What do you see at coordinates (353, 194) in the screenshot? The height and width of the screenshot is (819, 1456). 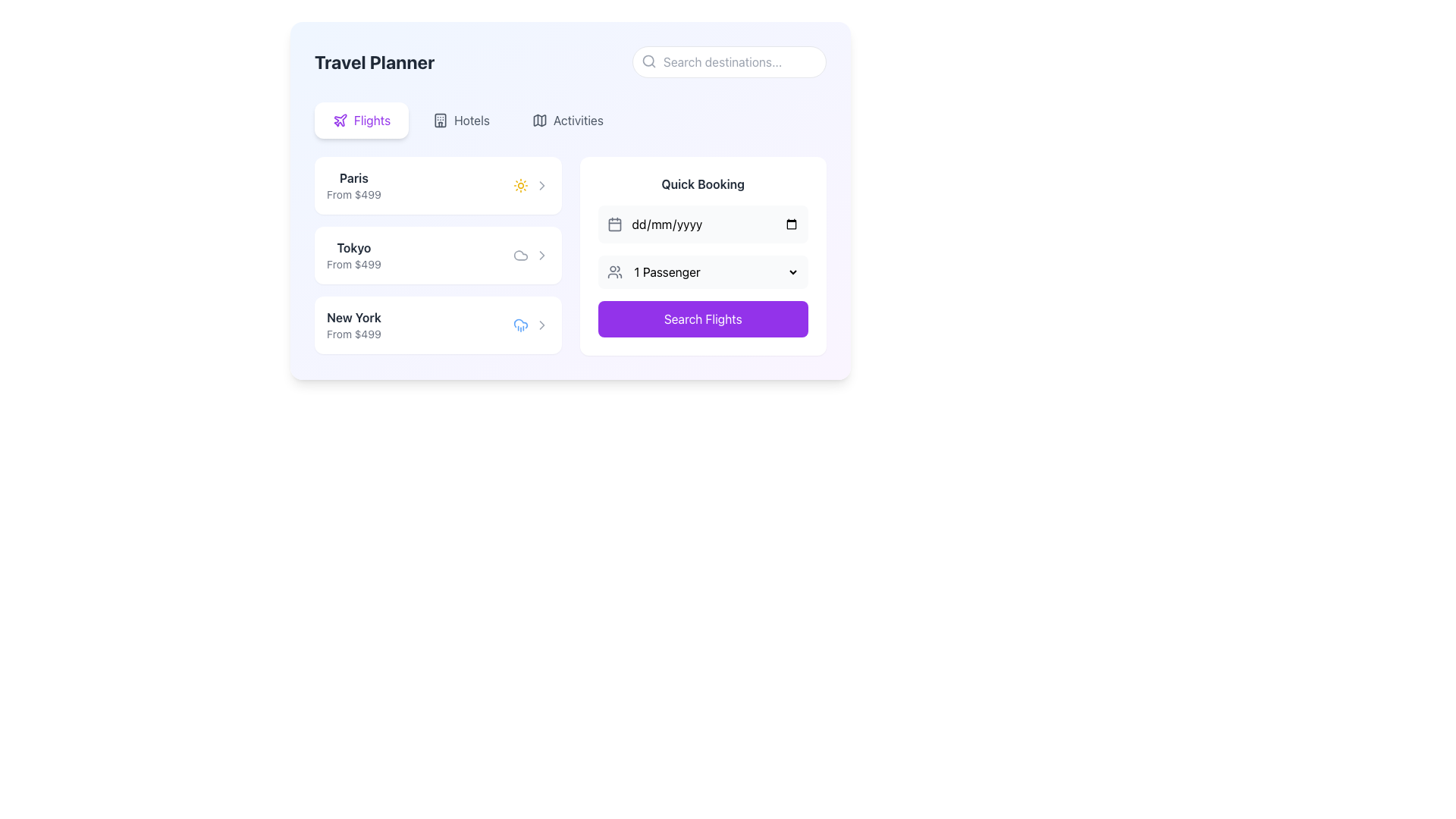 I see `text 'From $499' located directly below the heading 'Paris' in a gray font within the highlighted rectangular section` at bounding box center [353, 194].